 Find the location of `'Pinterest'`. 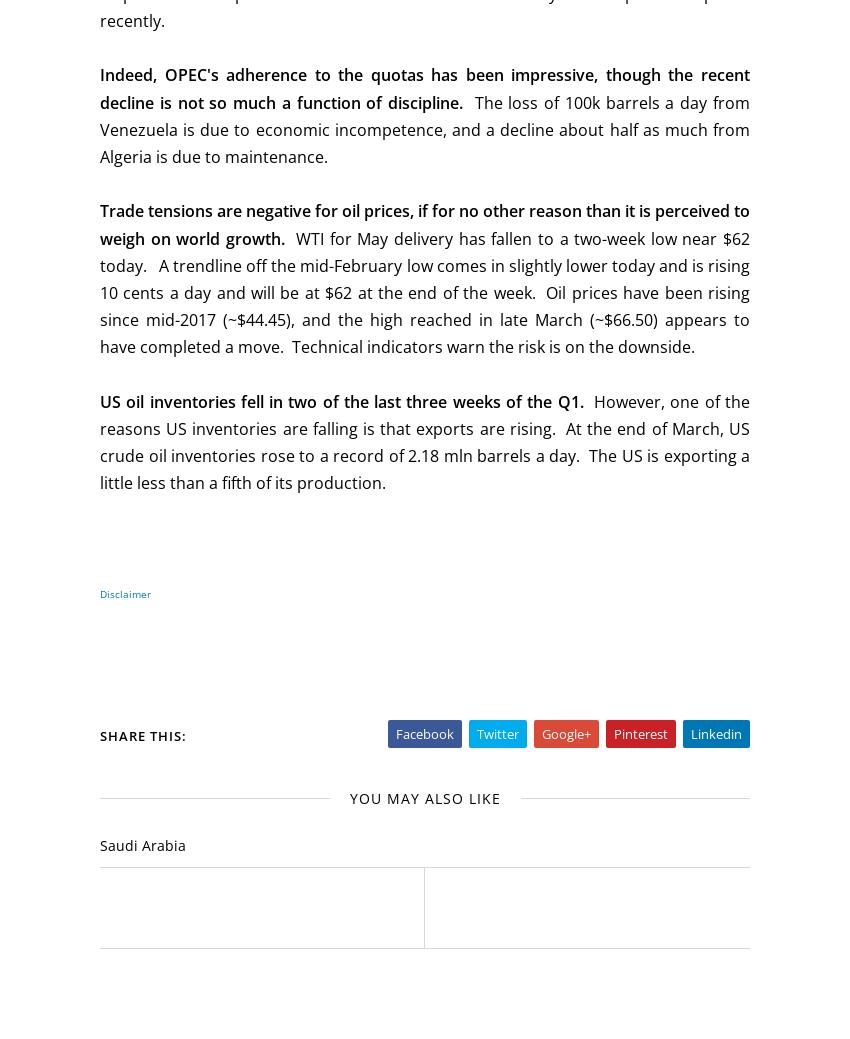

'Pinterest' is located at coordinates (640, 732).